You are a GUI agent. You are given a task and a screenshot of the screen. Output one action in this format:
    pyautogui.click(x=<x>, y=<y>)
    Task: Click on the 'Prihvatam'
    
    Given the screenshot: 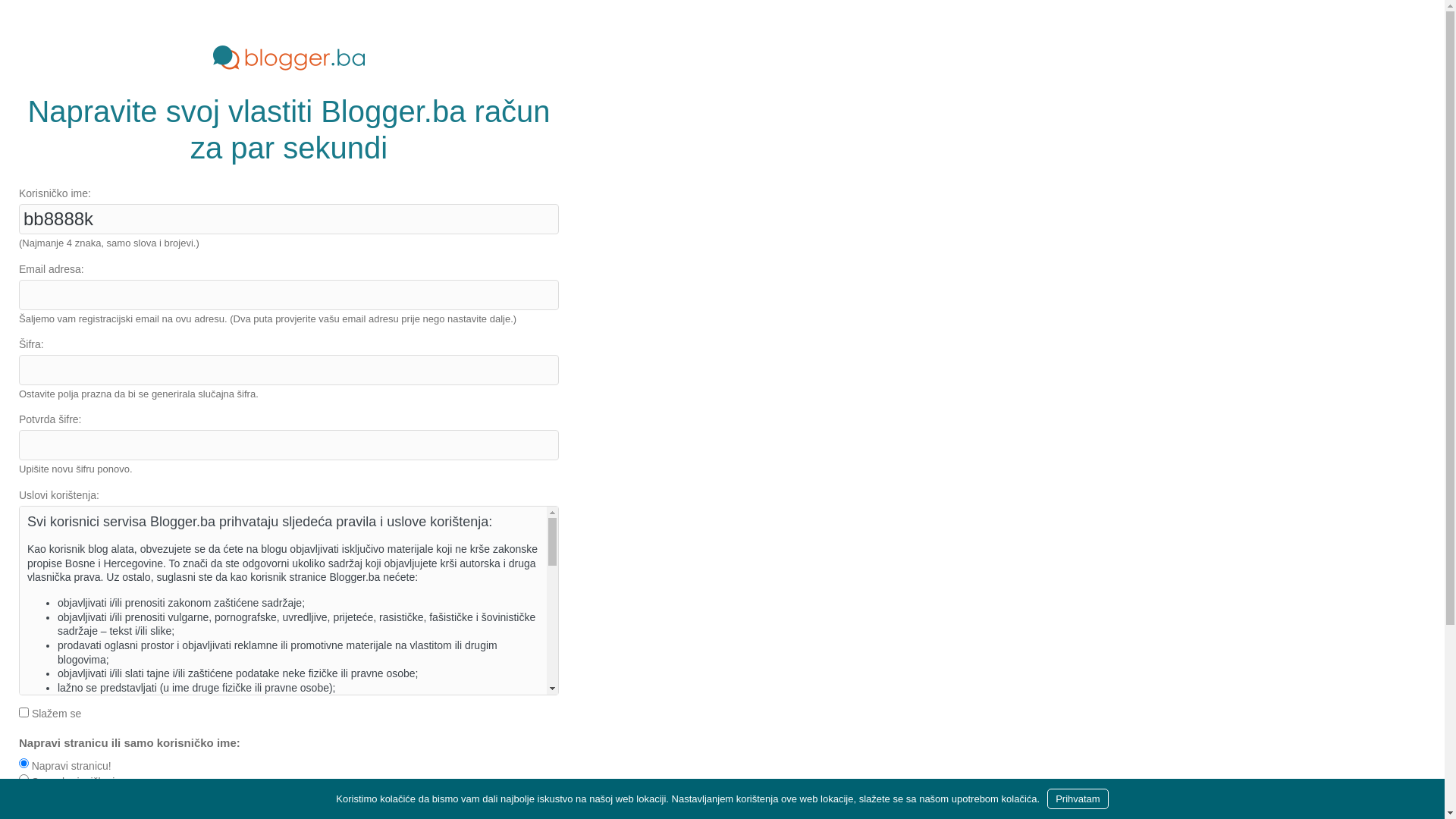 What is the action you would take?
    pyautogui.click(x=1077, y=798)
    